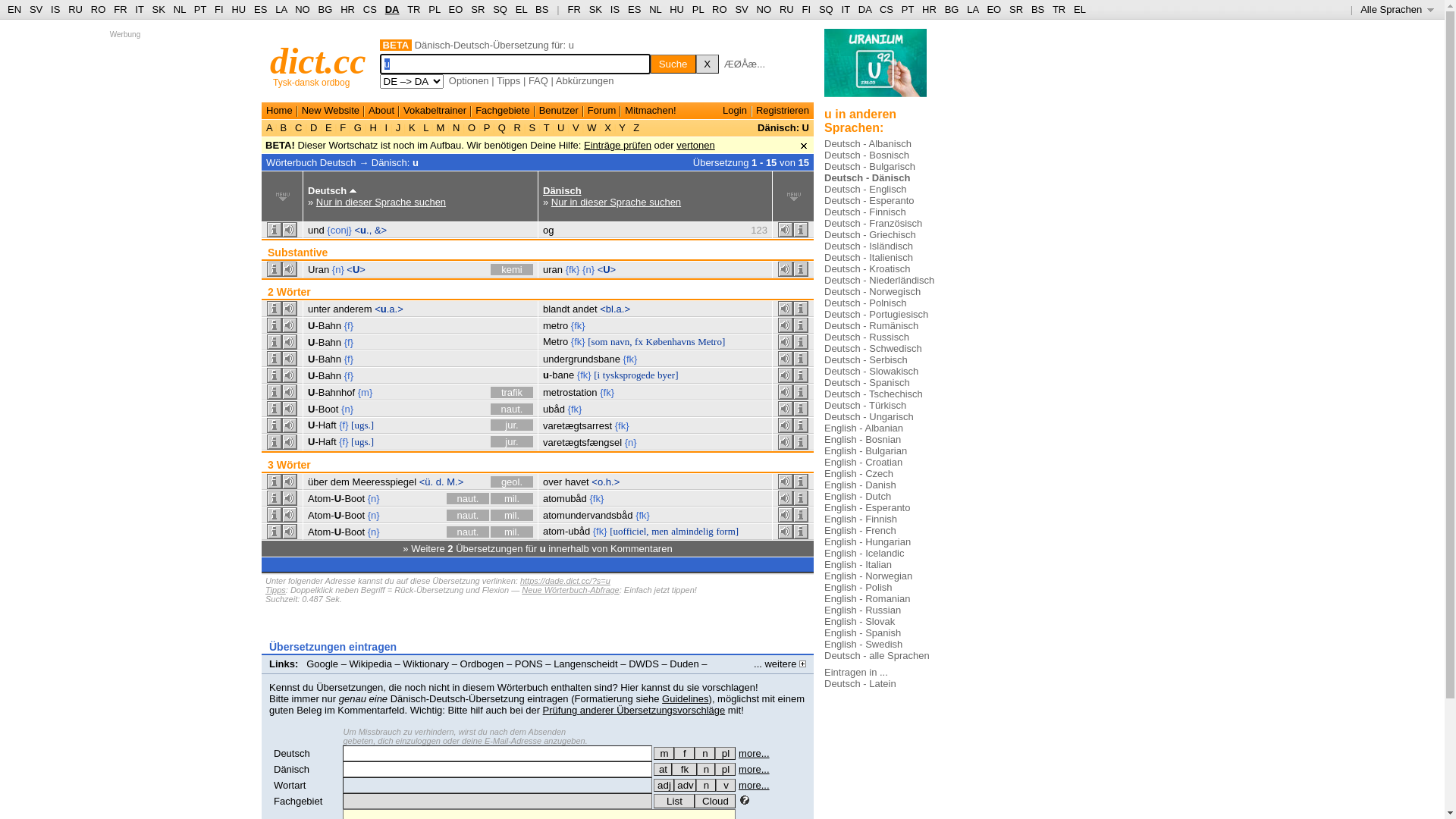 The width and height of the screenshot is (1456, 819). I want to click on 'adv', so click(684, 785).